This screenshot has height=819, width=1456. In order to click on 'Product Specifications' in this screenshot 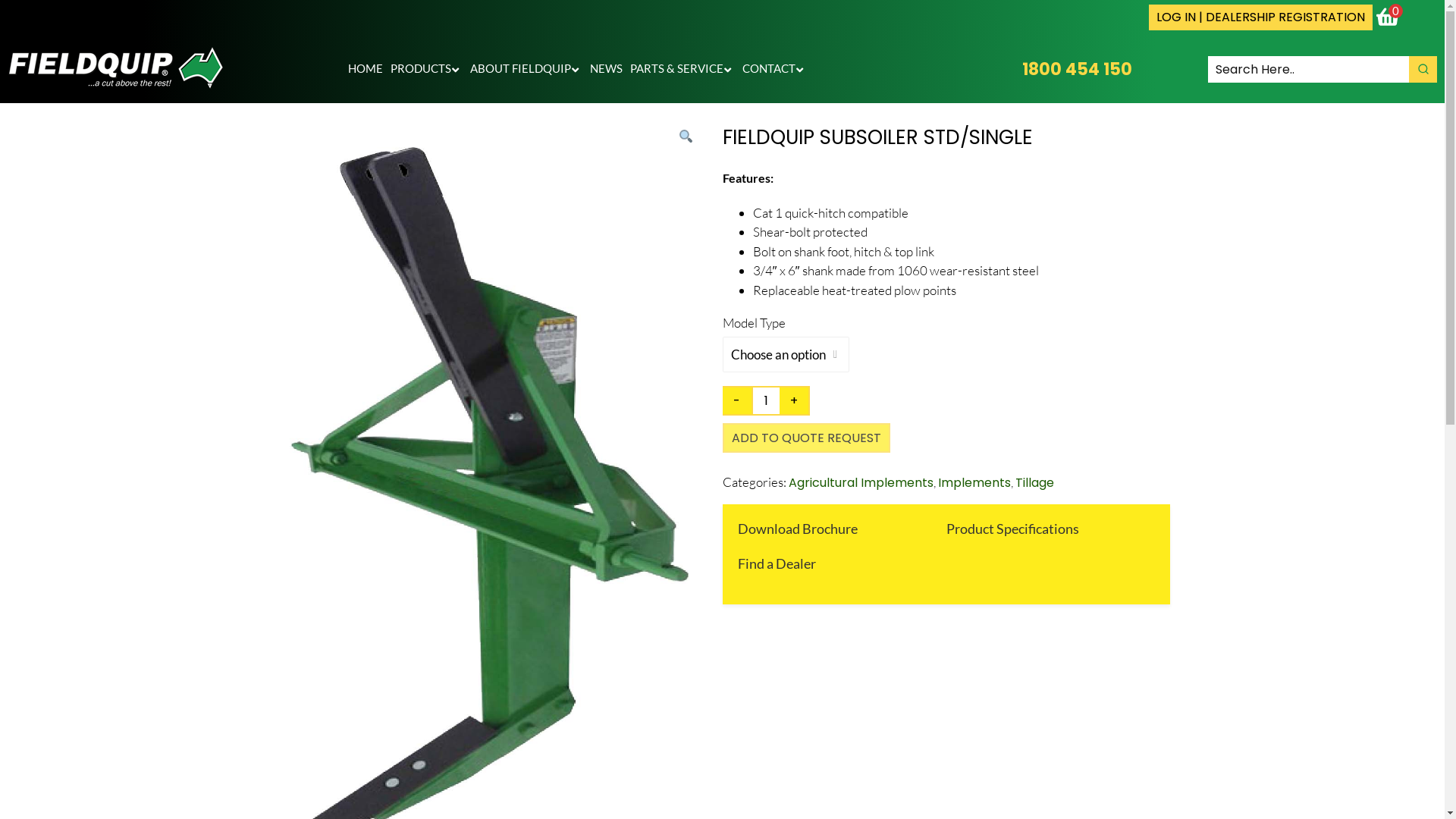, I will do `click(1012, 528)`.